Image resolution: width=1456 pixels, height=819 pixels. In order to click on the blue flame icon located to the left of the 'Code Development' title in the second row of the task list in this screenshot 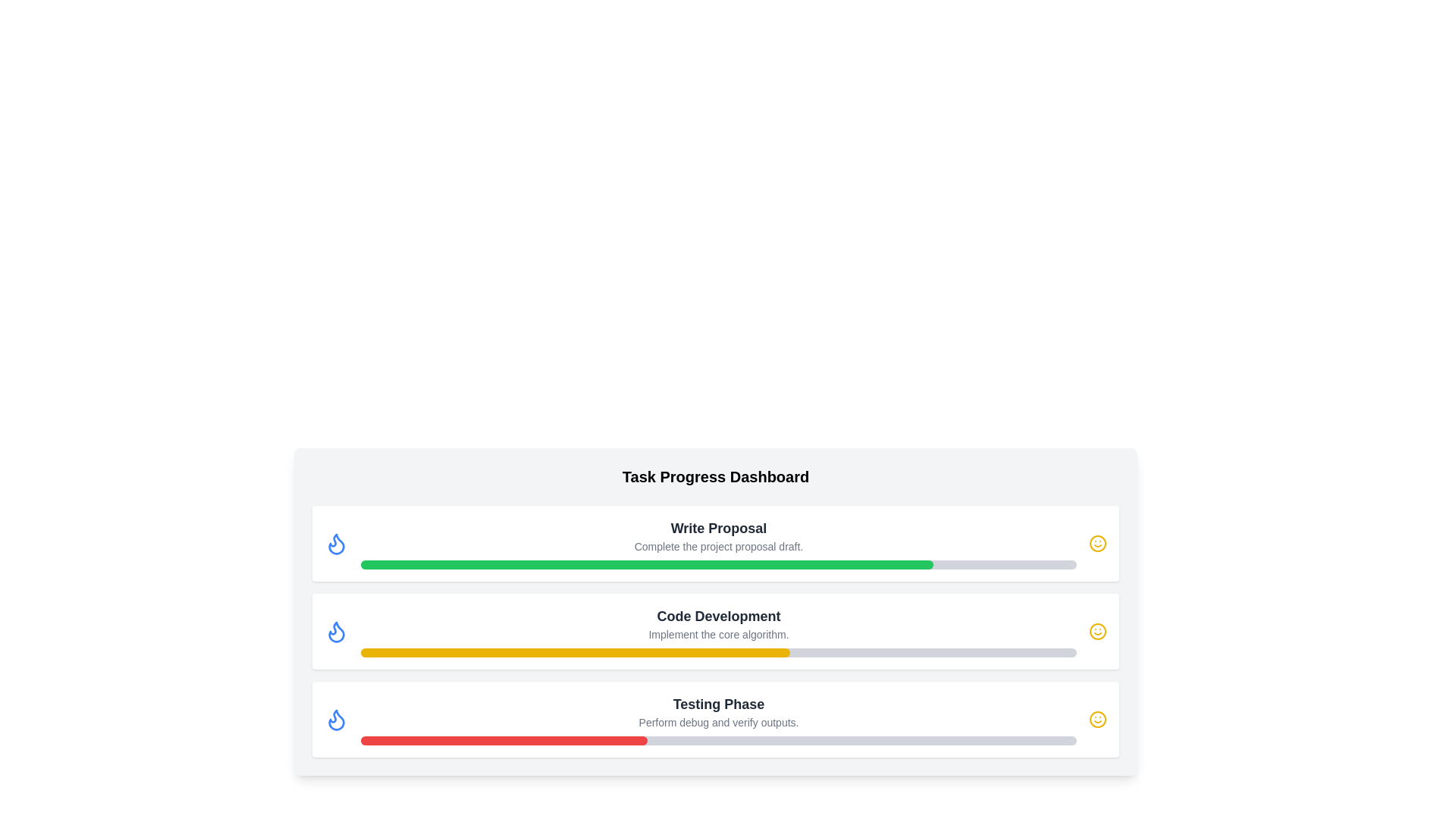, I will do `click(336, 632)`.